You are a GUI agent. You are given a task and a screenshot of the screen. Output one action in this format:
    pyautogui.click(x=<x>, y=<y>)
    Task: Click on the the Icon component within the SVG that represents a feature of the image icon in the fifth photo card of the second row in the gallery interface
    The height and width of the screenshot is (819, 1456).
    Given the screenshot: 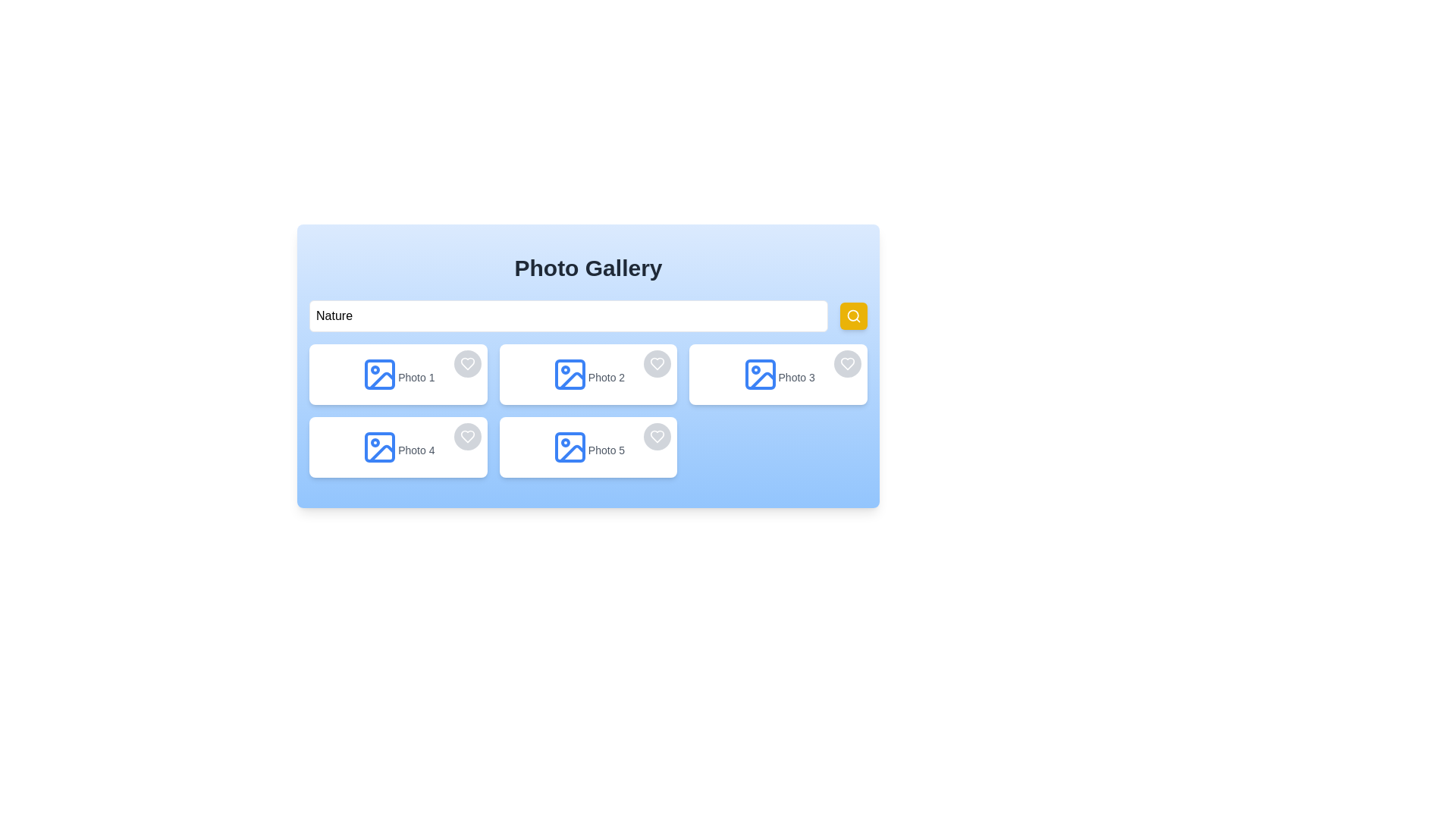 What is the action you would take?
    pyautogui.click(x=571, y=453)
    